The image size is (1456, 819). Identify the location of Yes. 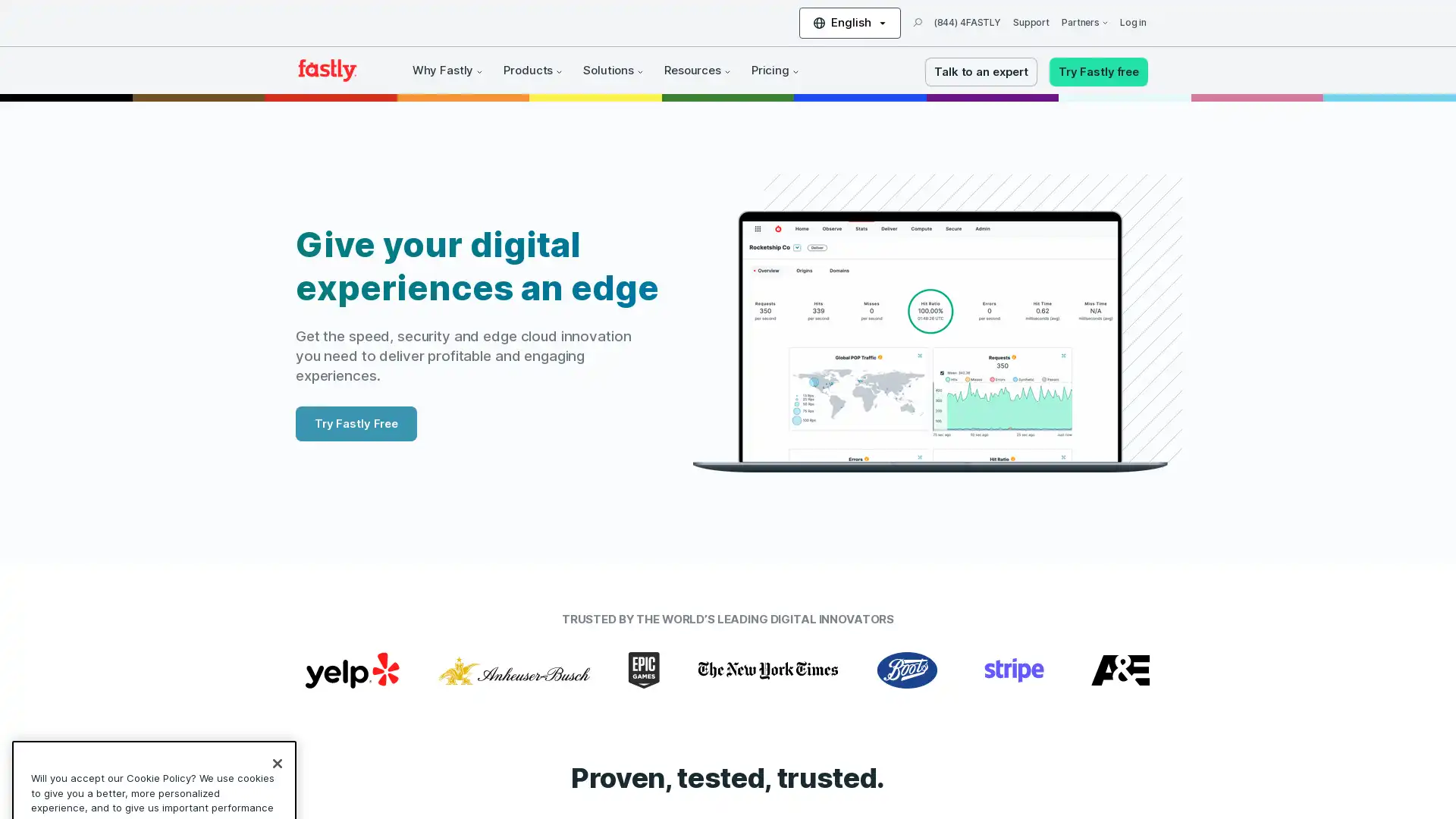
(154, 721).